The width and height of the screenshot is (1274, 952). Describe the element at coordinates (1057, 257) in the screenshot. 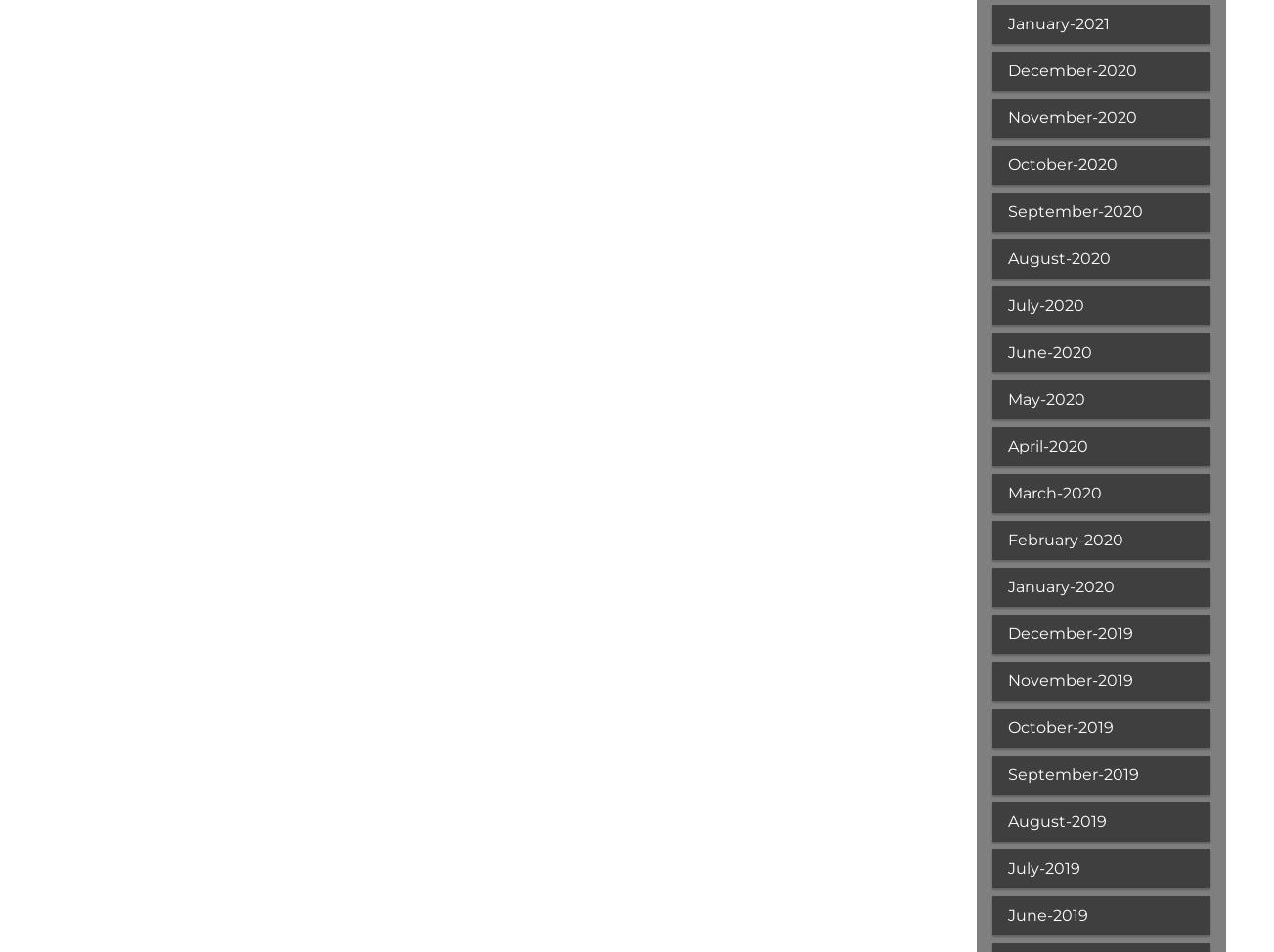

I see `'August-2020'` at that location.